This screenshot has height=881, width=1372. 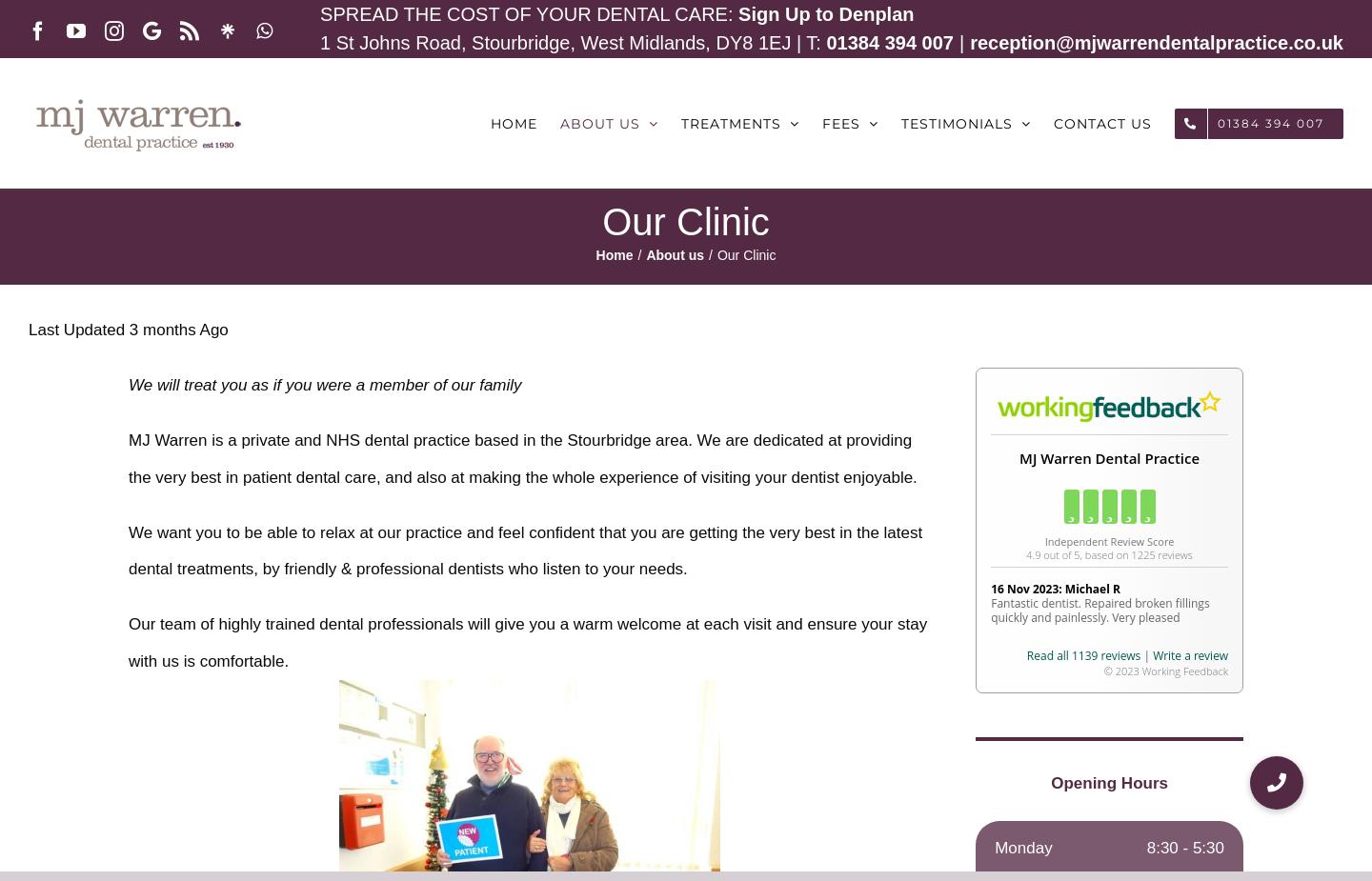 What do you see at coordinates (1183, 848) in the screenshot?
I see `'8:30 - 5:30'` at bounding box center [1183, 848].